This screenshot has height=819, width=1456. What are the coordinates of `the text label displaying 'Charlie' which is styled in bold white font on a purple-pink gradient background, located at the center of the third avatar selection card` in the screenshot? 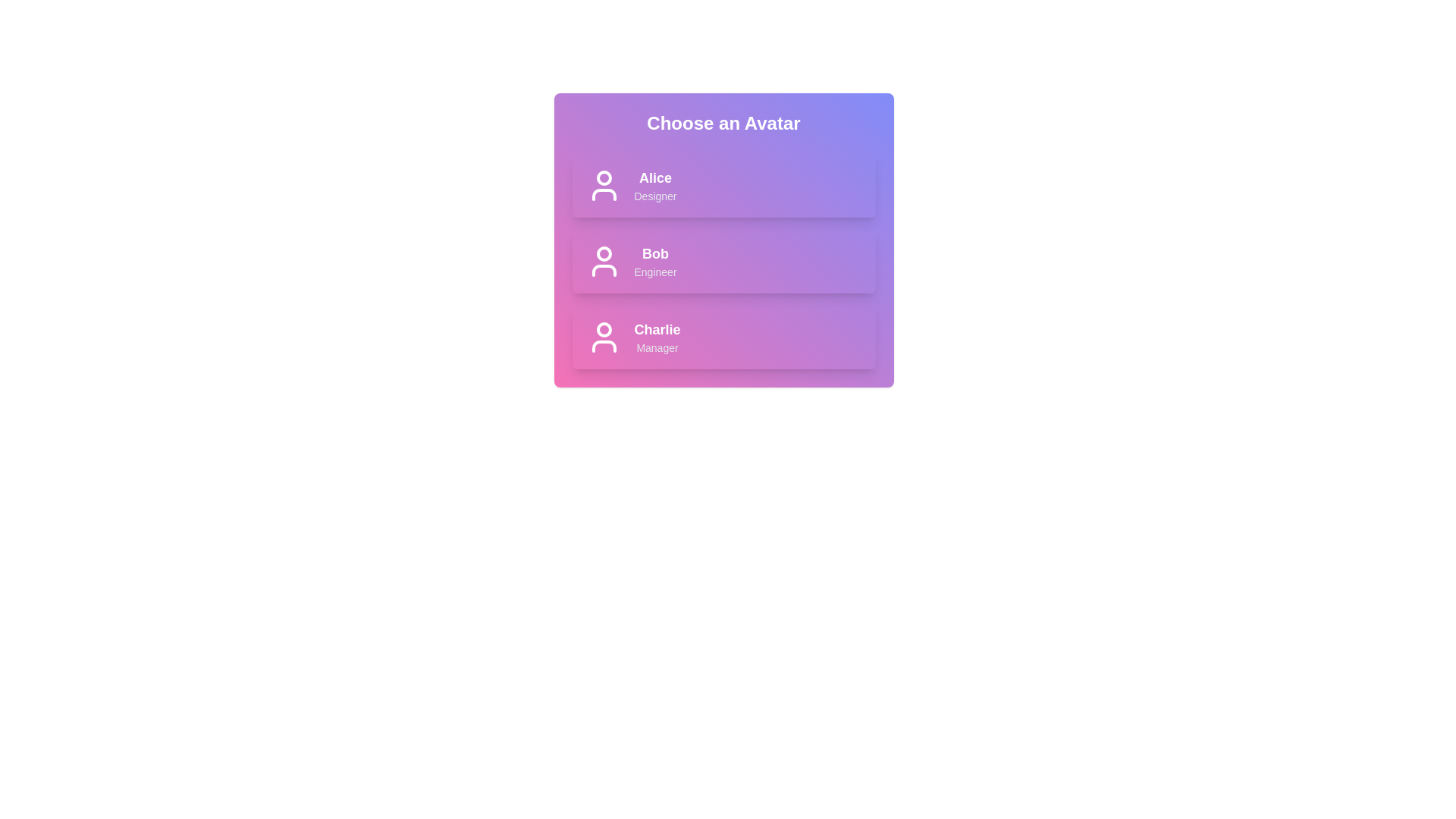 It's located at (657, 329).